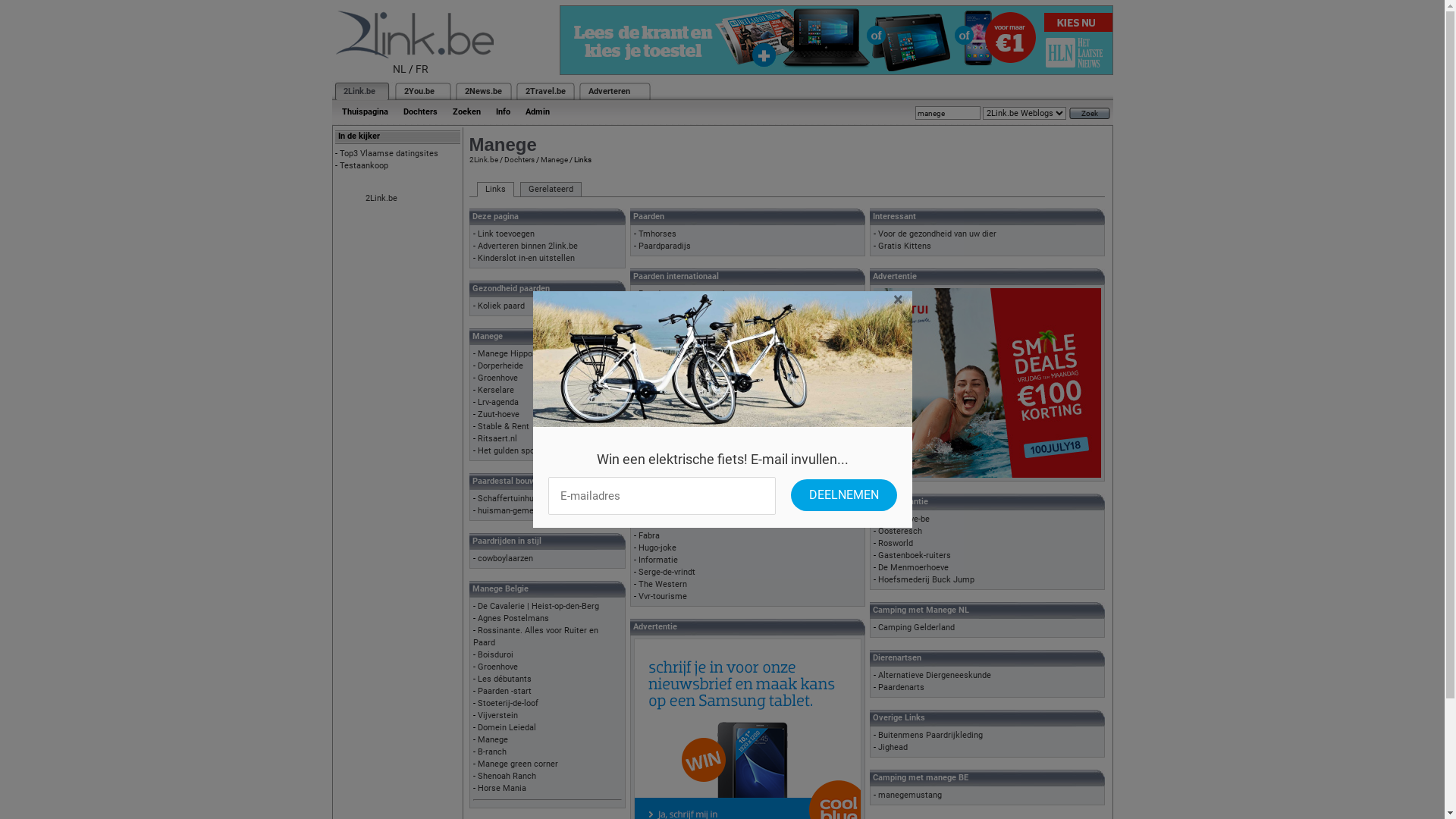  Describe the element at coordinates (925, 579) in the screenshot. I see `'Hoefsmederij Buck Jump'` at that location.